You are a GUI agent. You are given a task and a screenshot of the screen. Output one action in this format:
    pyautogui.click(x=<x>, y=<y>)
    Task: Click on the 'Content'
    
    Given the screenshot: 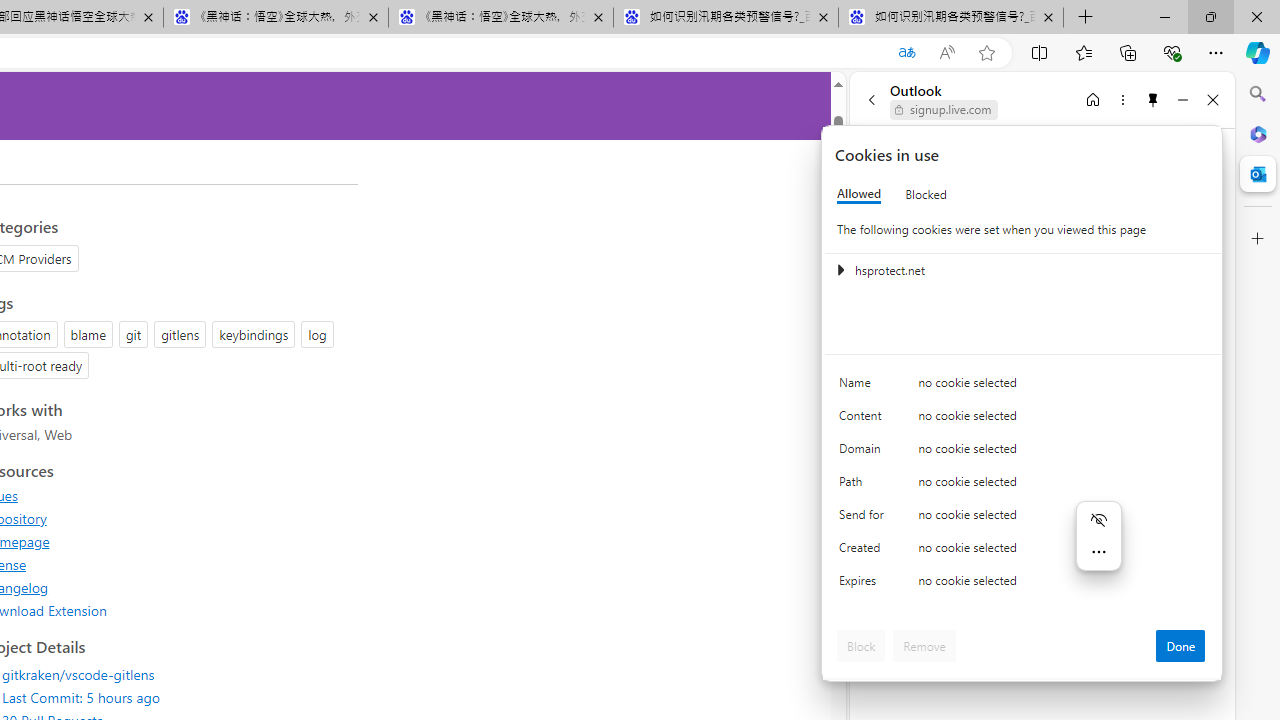 What is the action you would take?
    pyautogui.click(x=865, y=419)
    